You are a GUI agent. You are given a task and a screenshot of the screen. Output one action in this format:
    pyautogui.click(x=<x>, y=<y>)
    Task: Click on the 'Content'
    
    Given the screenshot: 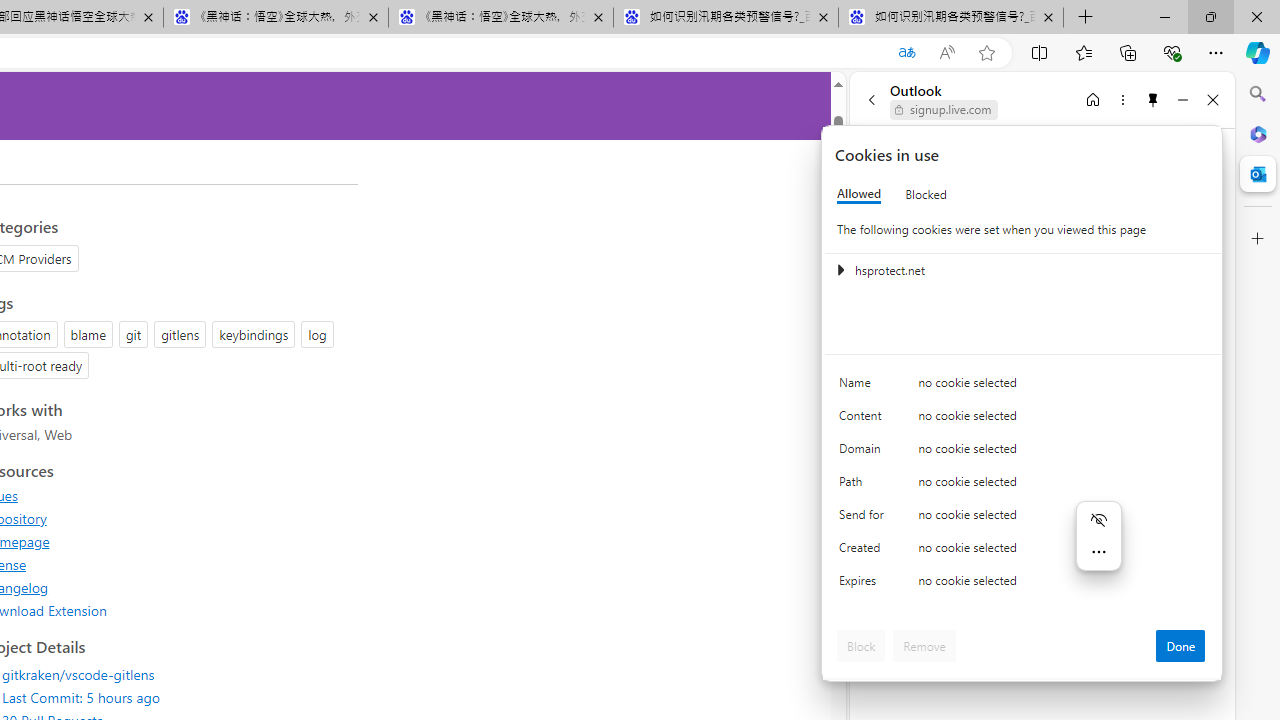 What is the action you would take?
    pyautogui.click(x=865, y=419)
    